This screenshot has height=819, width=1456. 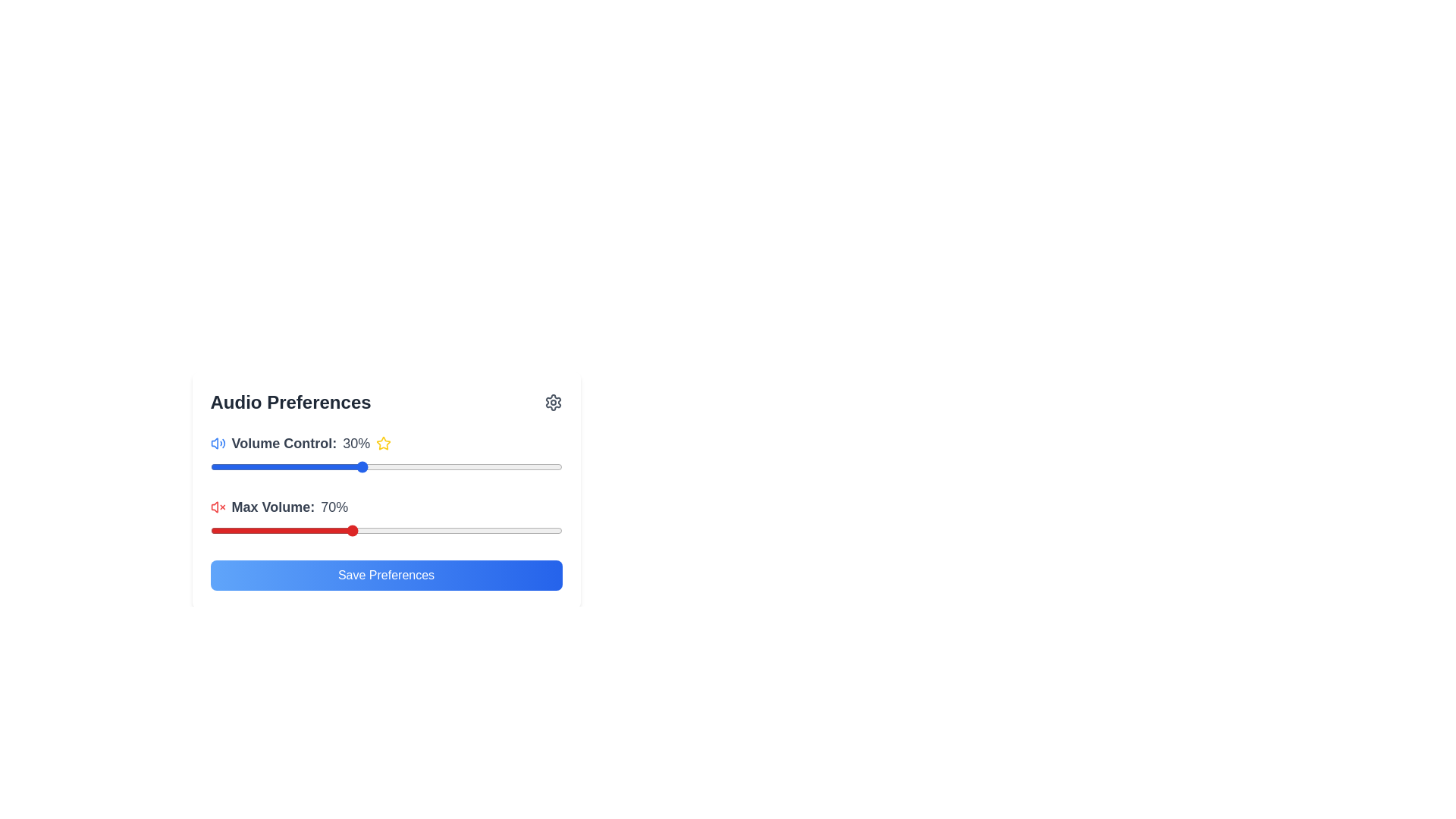 I want to click on the 'Volume Control' text, so click(x=386, y=455).